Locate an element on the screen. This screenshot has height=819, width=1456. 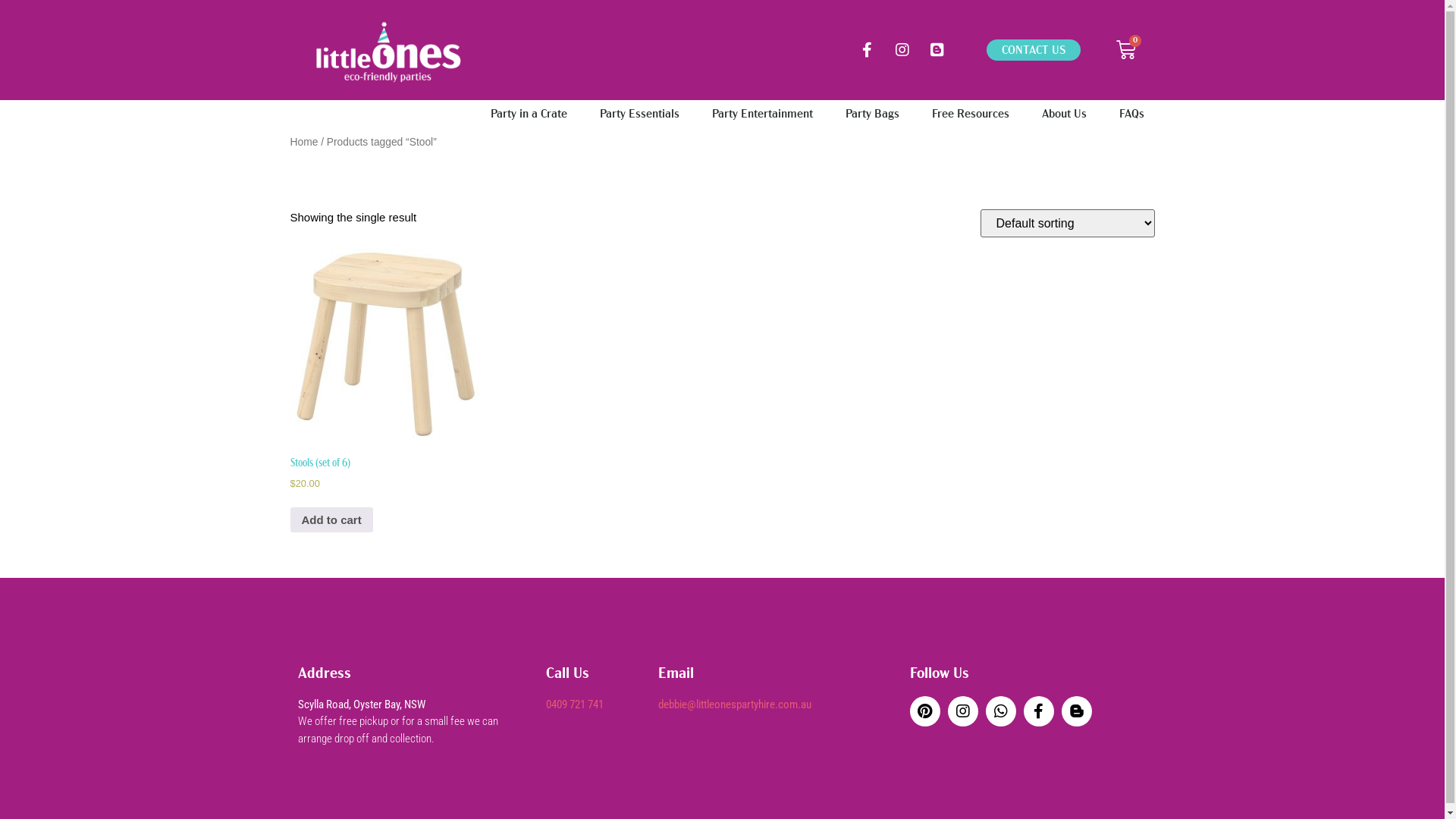
'Free Resources' is located at coordinates (968, 113).